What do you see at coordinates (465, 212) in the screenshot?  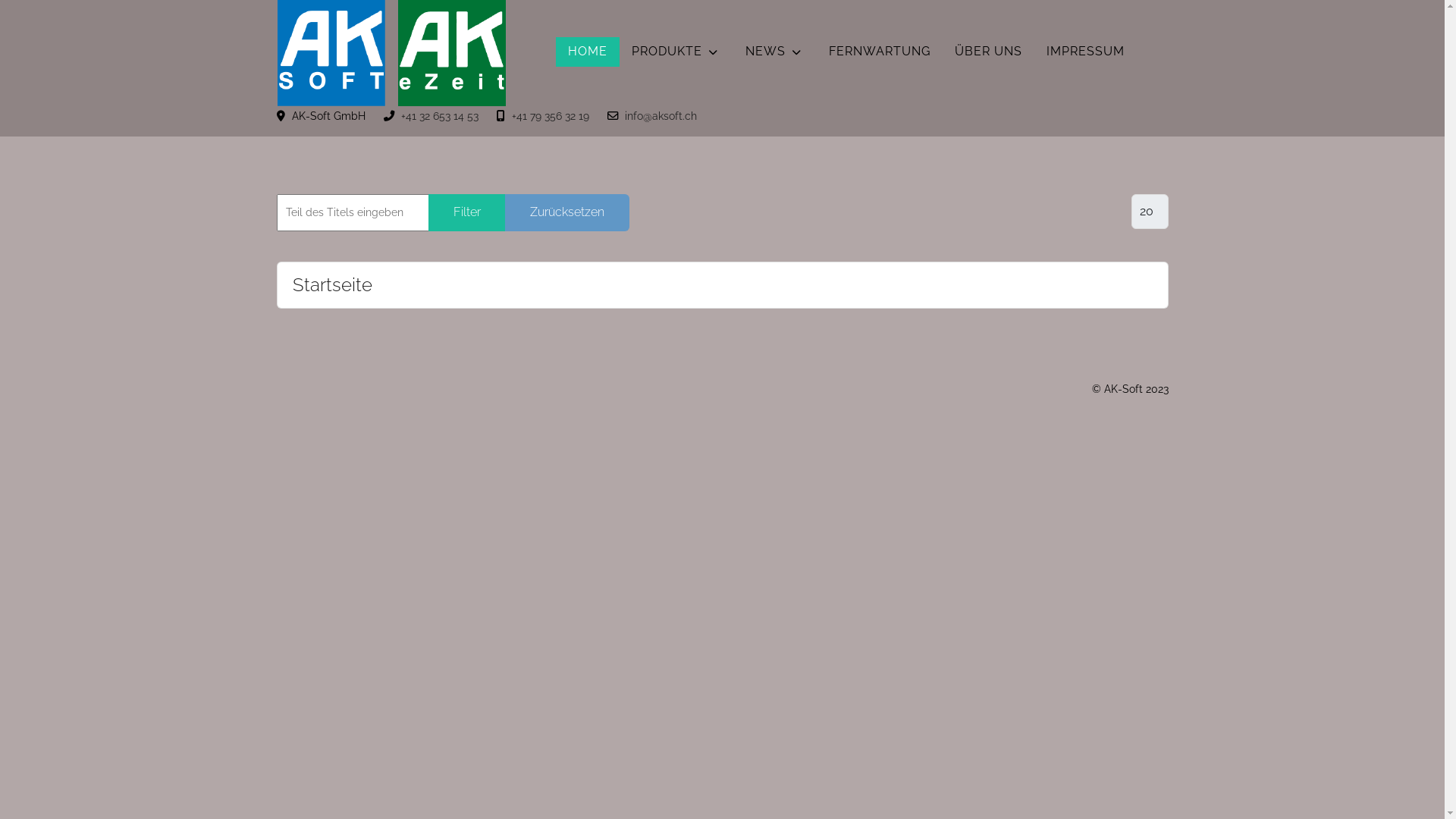 I see `'Filter'` at bounding box center [465, 212].